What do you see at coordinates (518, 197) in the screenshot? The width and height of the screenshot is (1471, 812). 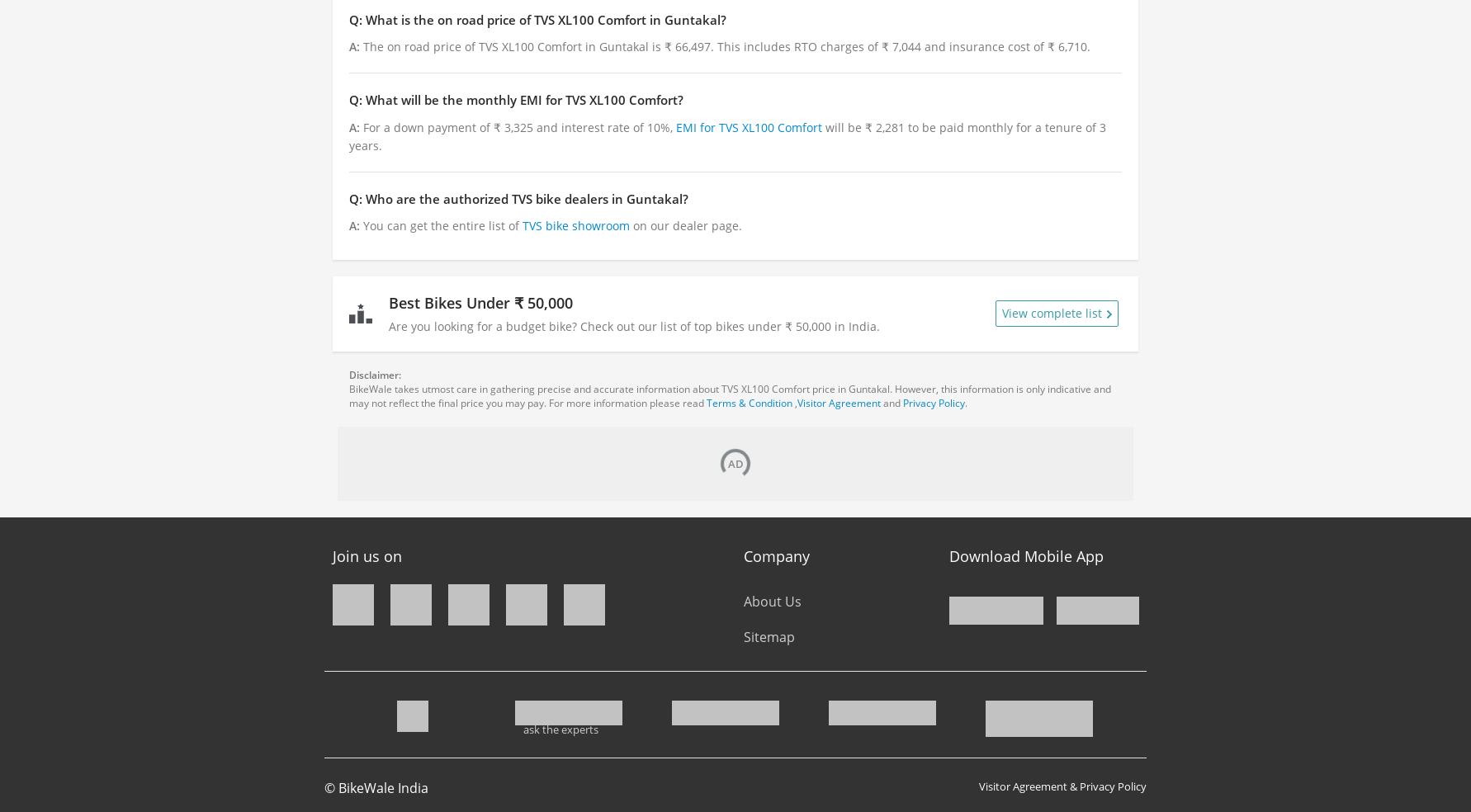 I see `'Q: Who are the authorized TVS bike dealers in Guntakal?'` at bounding box center [518, 197].